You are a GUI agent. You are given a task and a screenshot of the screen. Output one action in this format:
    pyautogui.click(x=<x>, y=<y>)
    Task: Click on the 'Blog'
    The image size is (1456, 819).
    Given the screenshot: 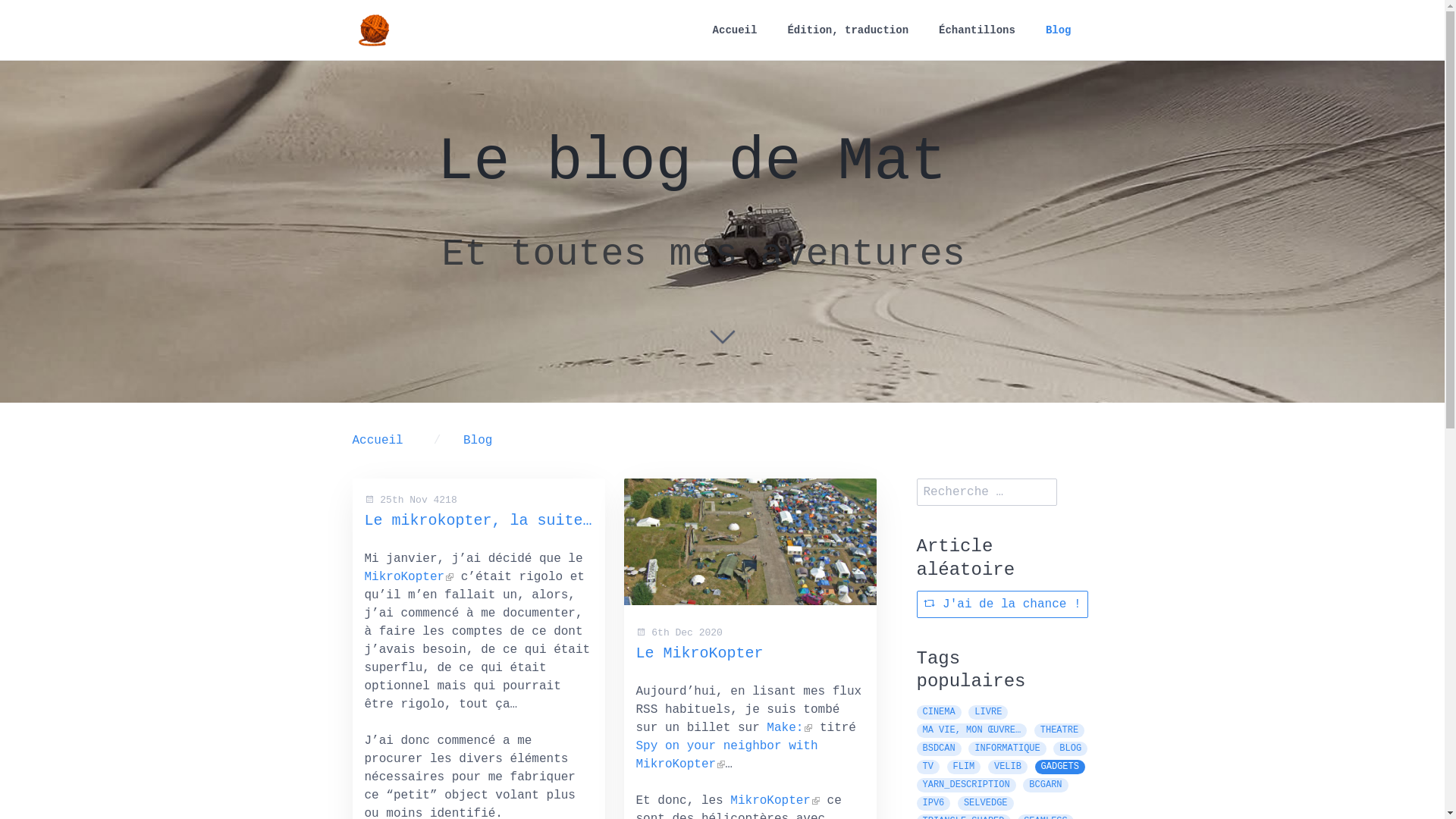 What is the action you would take?
    pyautogui.click(x=1058, y=30)
    